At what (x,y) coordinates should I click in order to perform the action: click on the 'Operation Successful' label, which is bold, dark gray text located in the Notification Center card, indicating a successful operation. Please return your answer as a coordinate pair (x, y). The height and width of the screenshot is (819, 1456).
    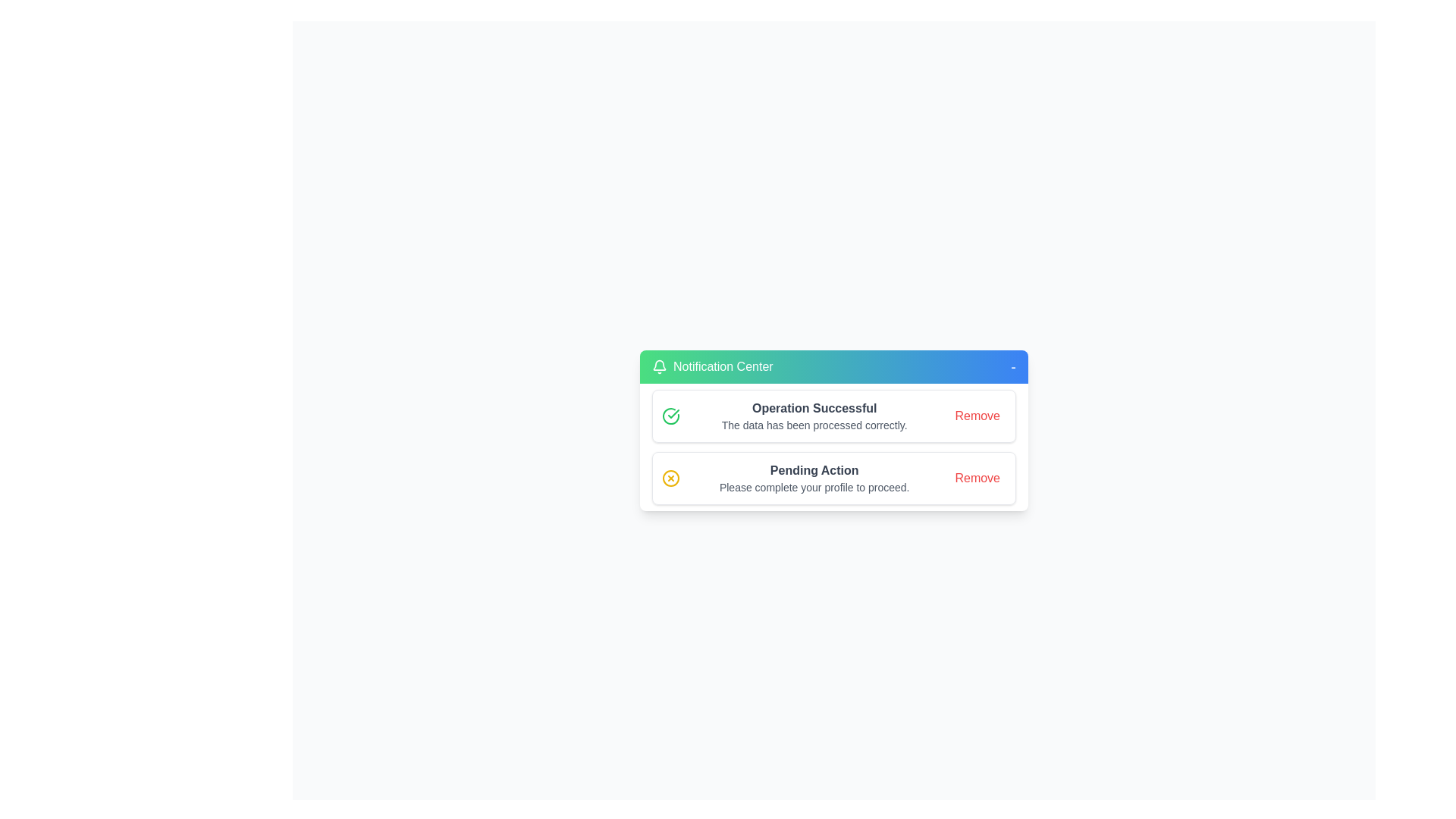
    Looking at the image, I should click on (814, 408).